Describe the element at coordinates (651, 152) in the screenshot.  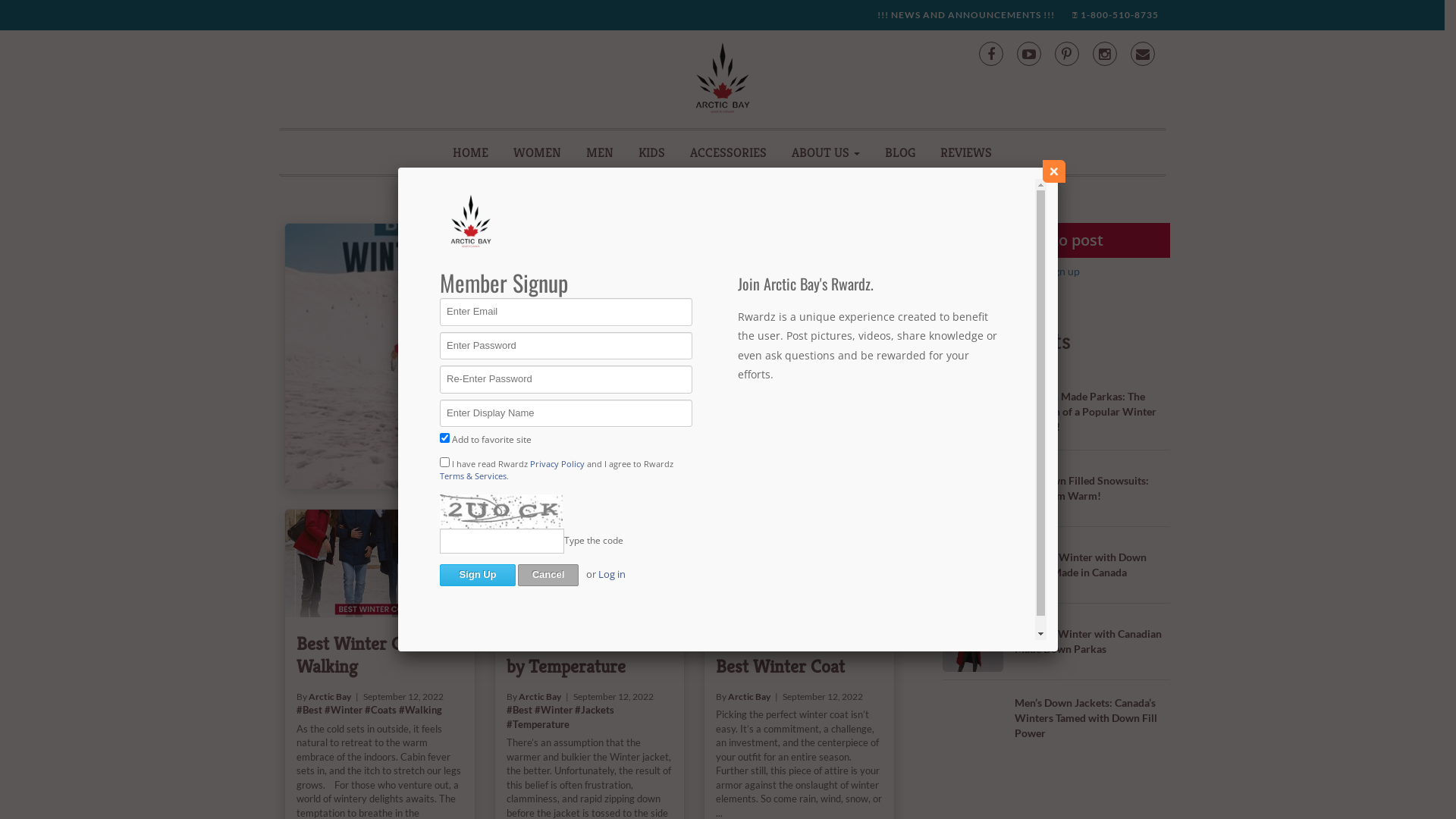
I see `'KIDS'` at that location.